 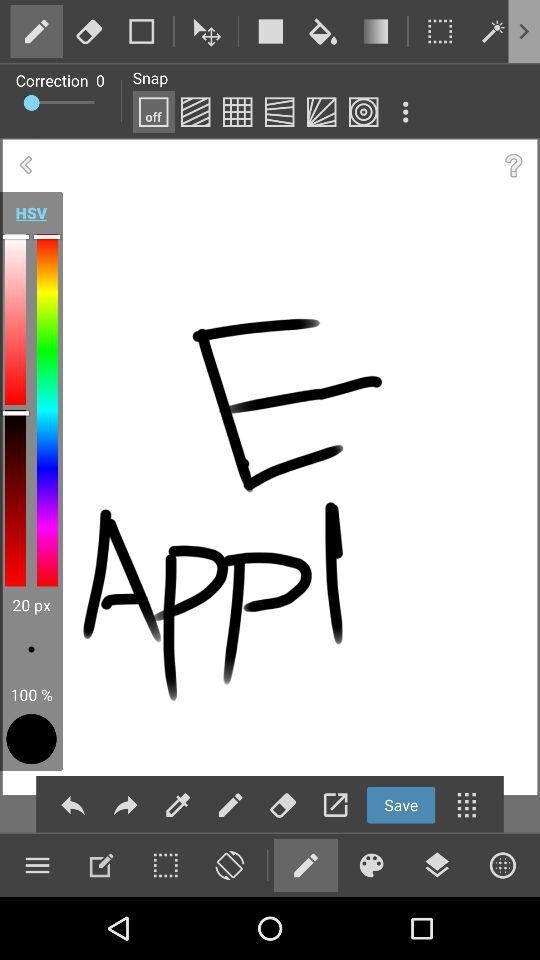 I want to click on the dialpad icon, so click(x=466, y=805).